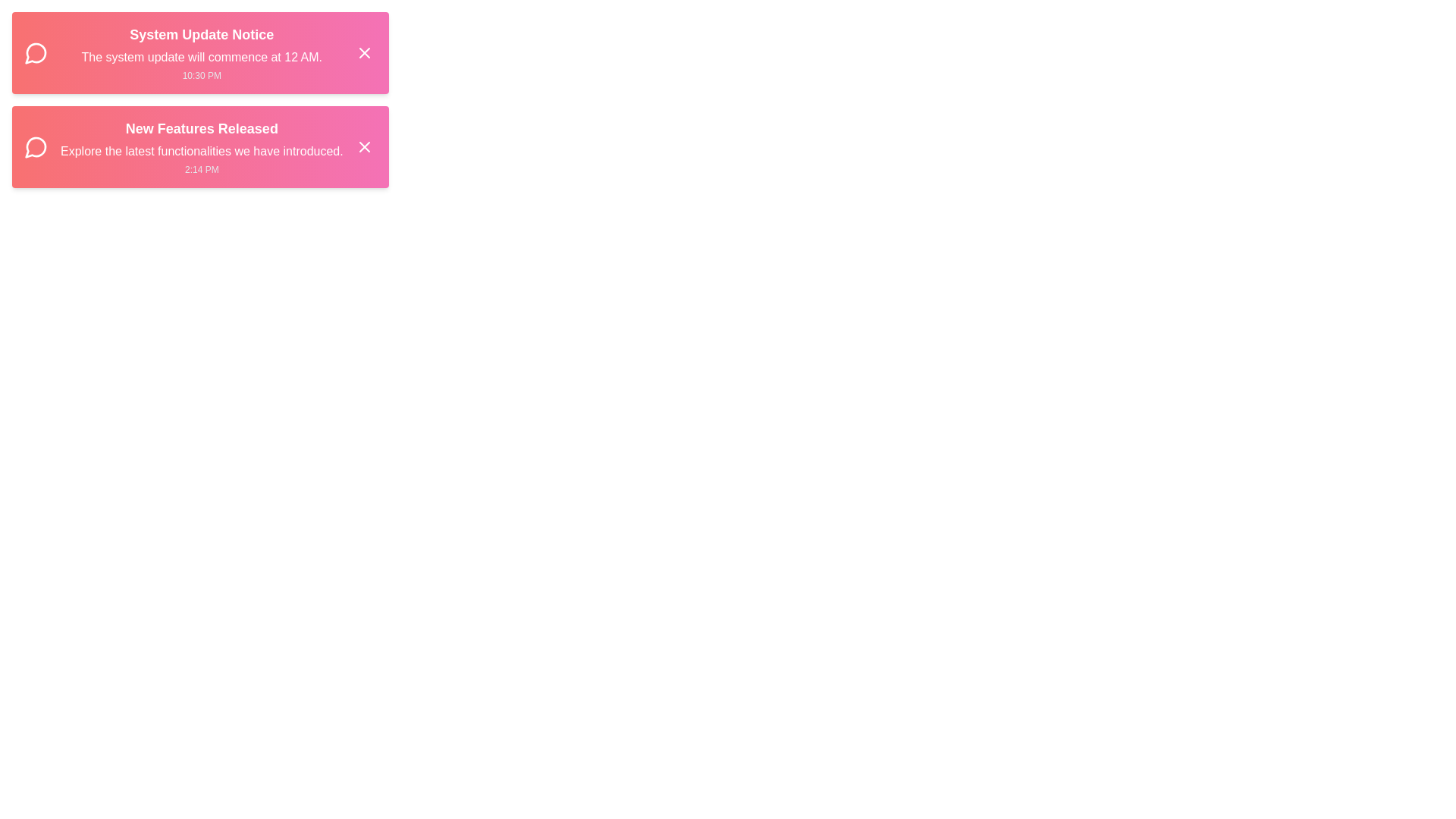 This screenshot has width=1456, height=819. I want to click on the timestamp of the alert with the title System Update Notice, so click(200, 76).